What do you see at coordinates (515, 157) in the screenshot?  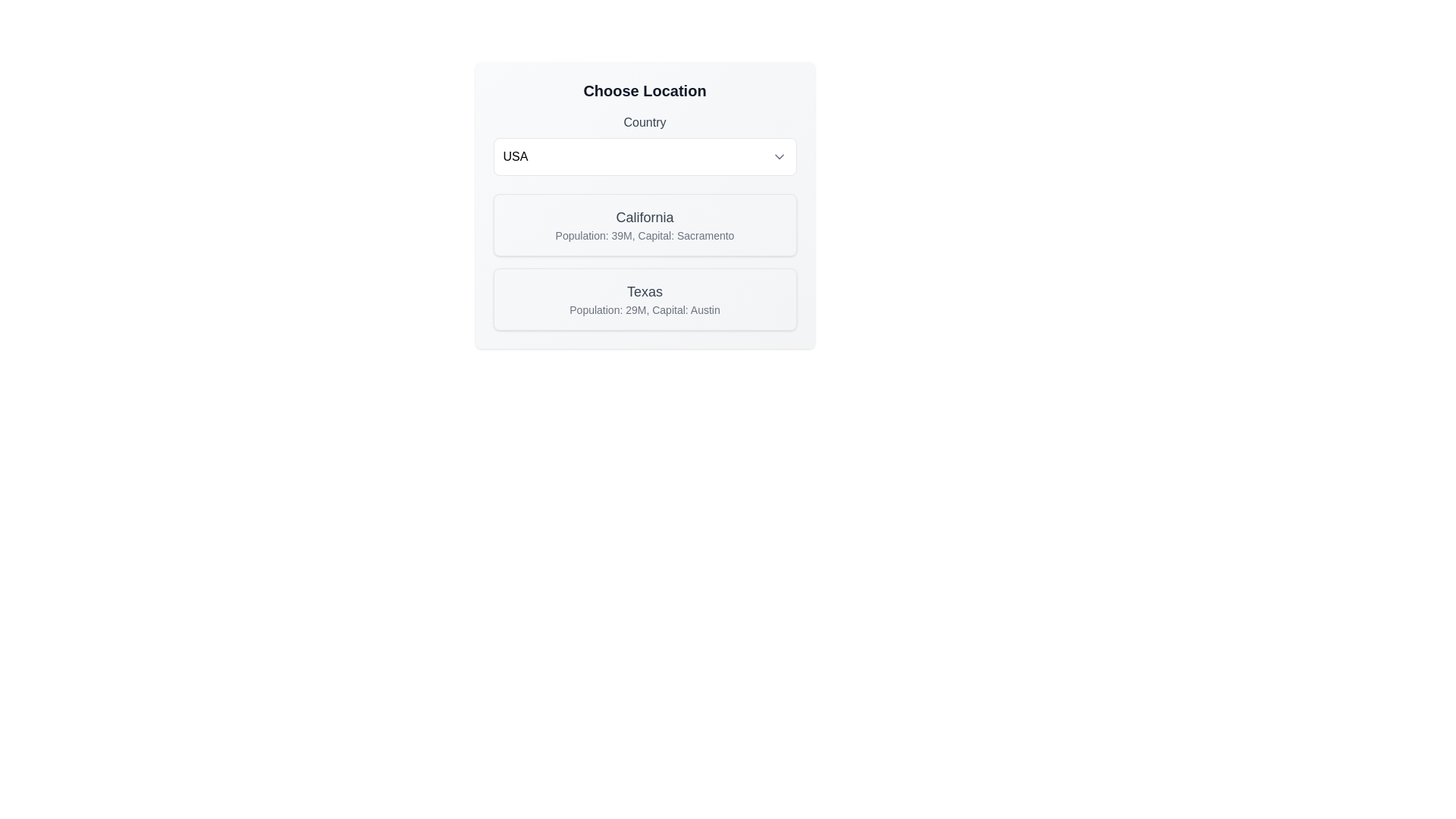 I see `the text label element displaying 'USA'` at bounding box center [515, 157].